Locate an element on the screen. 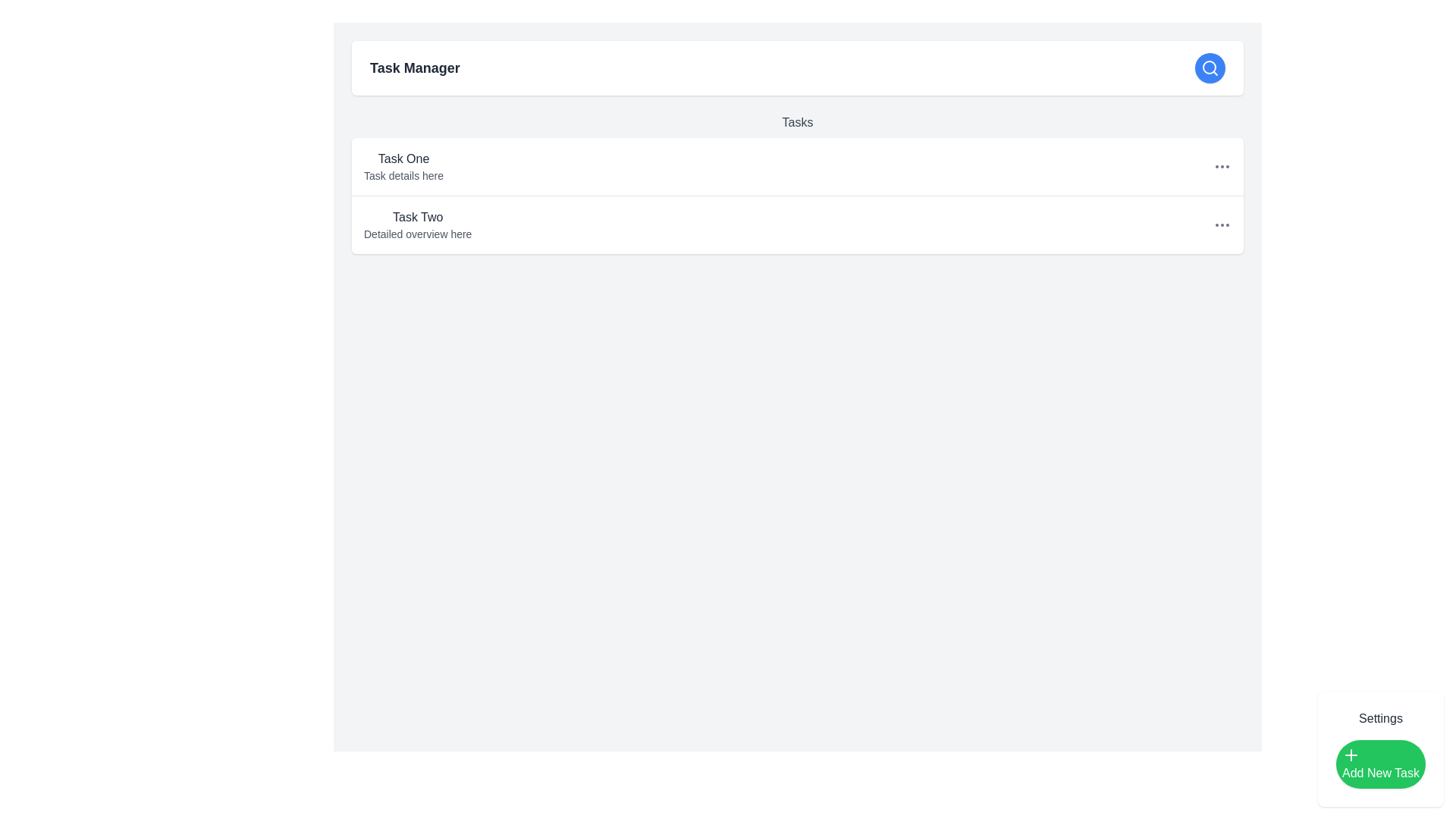  text element that contains 'Detailed overview here', located below the title 'Task Two' in the second entry of the task list is located at coordinates (418, 234).